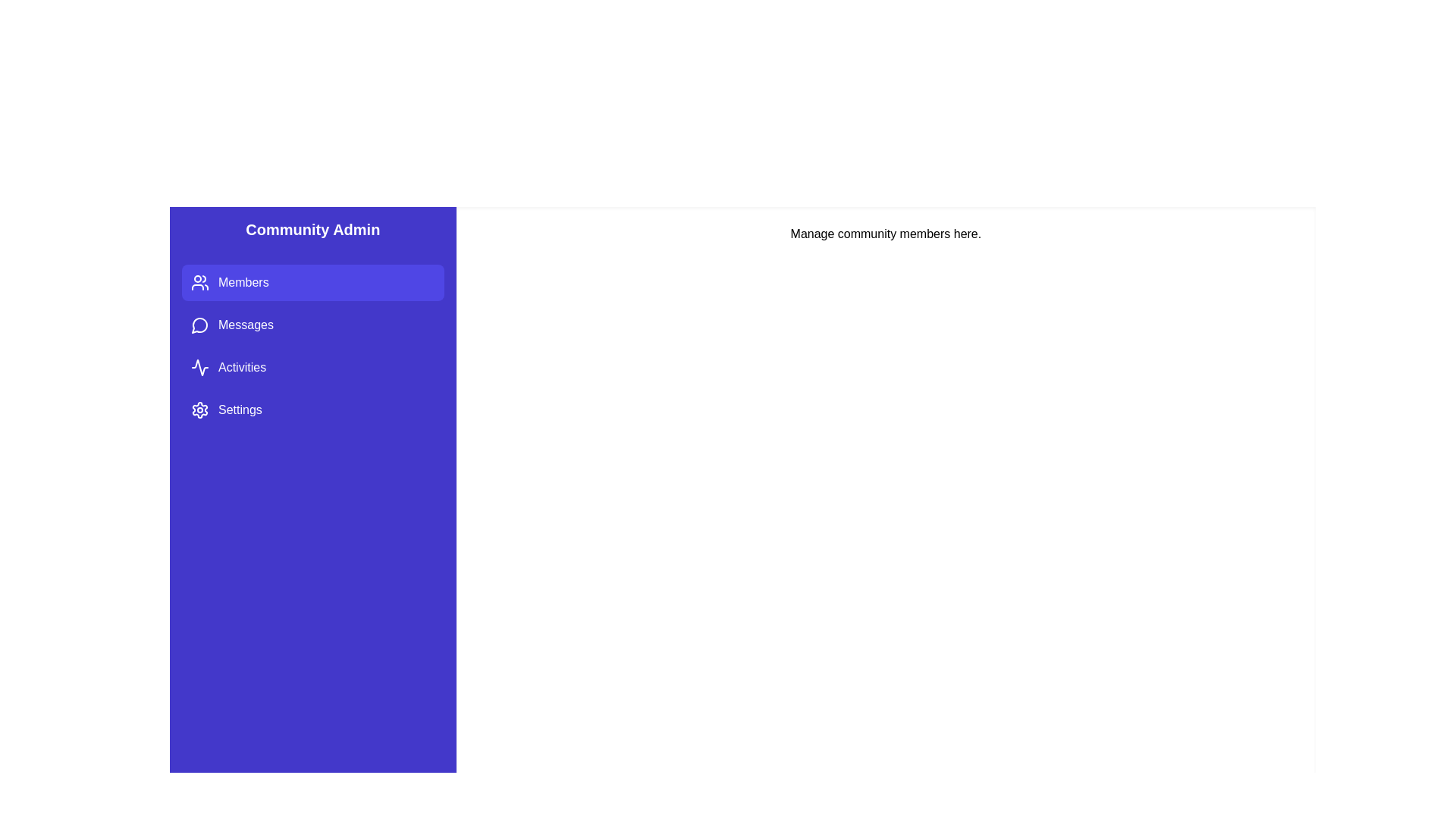 The height and width of the screenshot is (819, 1456). What do you see at coordinates (312, 230) in the screenshot?
I see `the Text Label at the top of the sidebar, which indicates the role or area associated with the sidebar` at bounding box center [312, 230].